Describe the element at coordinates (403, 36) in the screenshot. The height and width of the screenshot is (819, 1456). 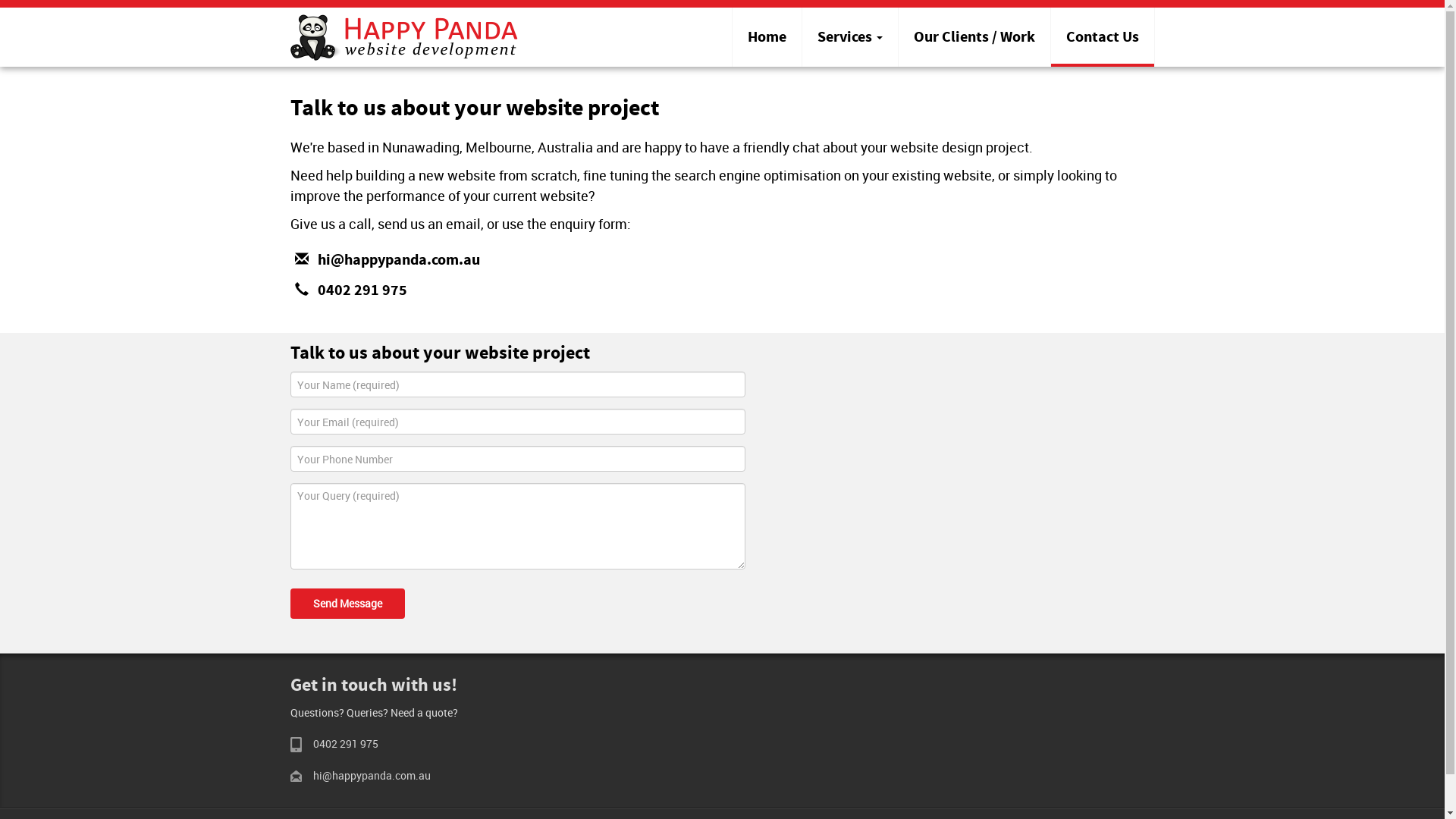
I see `'Happy Panda website design'` at that location.